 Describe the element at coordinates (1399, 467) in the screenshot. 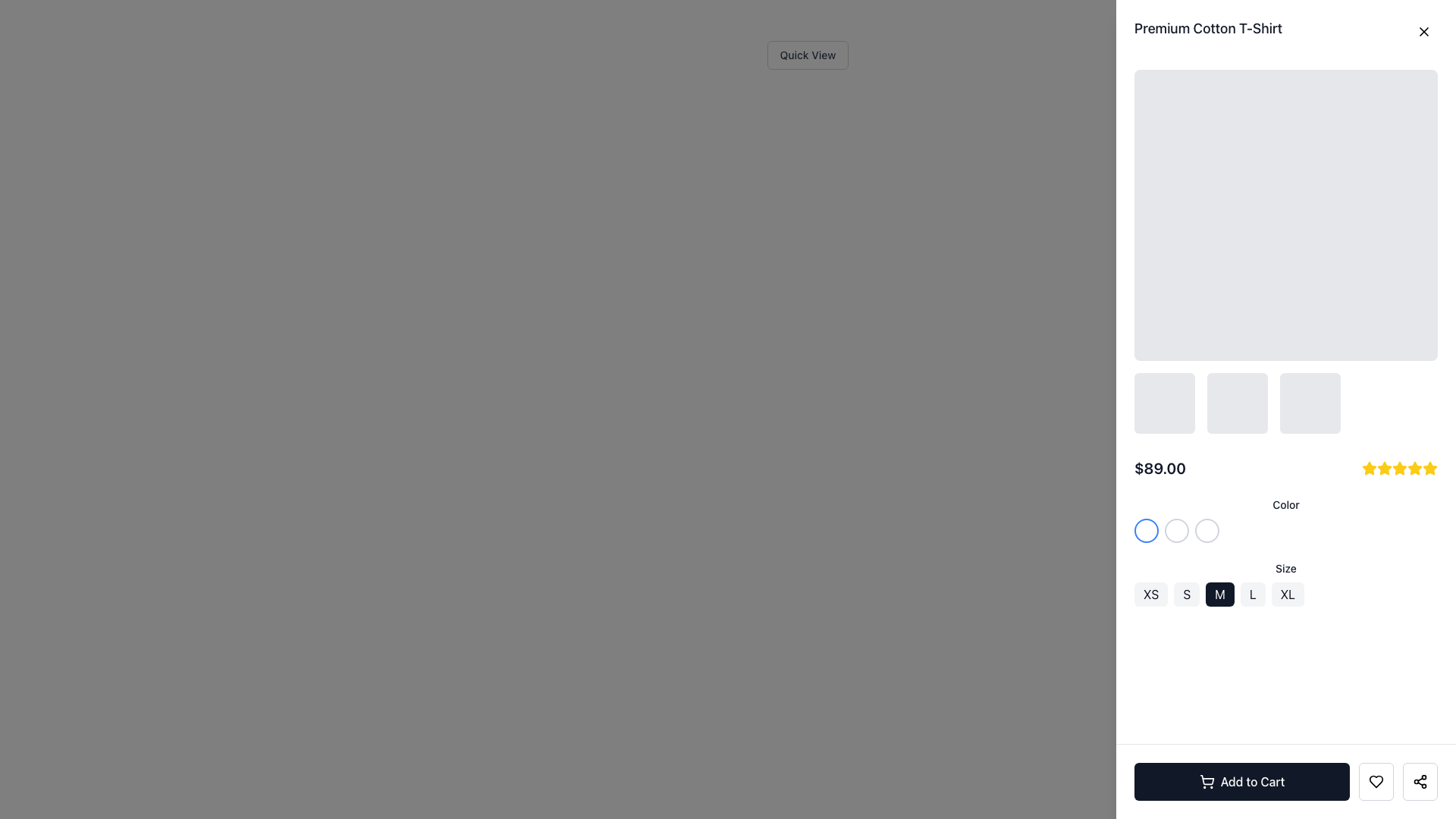

I see `the fifth star-shaped icon with a yellow fill, which is located in a row of five star icons beneath the product price` at that location.